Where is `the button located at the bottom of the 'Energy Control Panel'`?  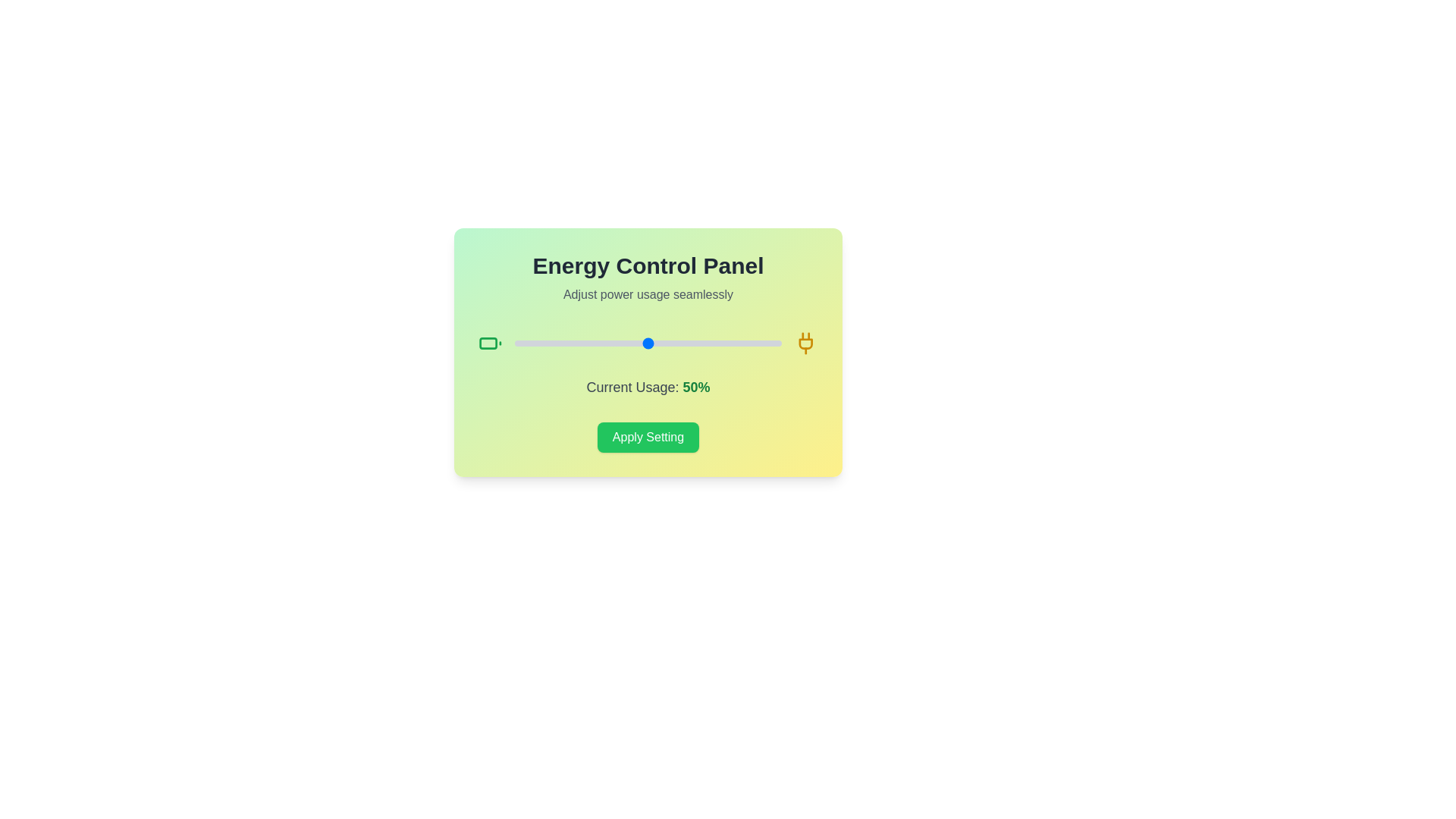
the button located at the bottom of the 'Energy Control Panel' is located at coordinates (648, 438).